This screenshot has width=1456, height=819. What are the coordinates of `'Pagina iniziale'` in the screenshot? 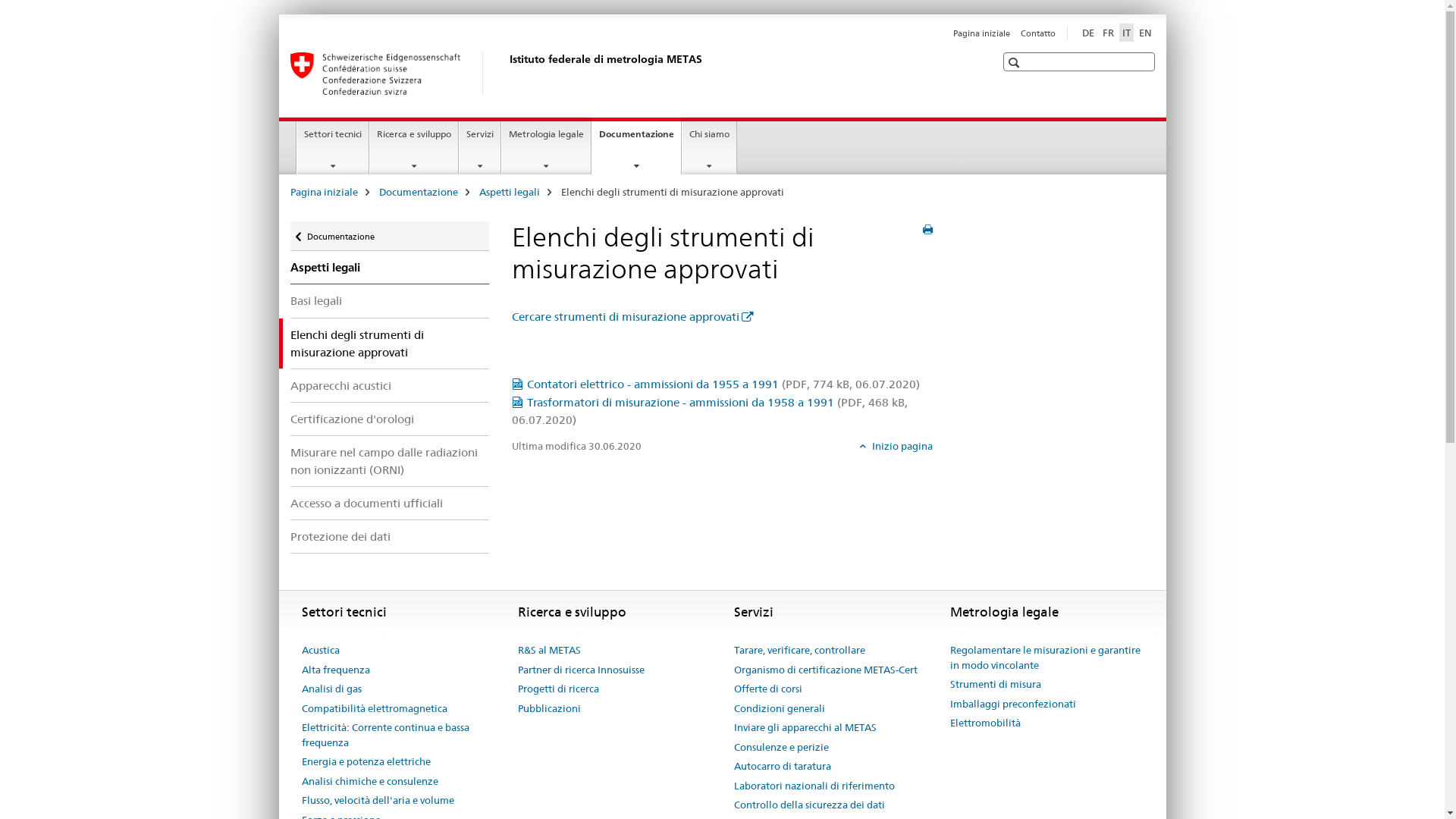 It's located at (981, 33).